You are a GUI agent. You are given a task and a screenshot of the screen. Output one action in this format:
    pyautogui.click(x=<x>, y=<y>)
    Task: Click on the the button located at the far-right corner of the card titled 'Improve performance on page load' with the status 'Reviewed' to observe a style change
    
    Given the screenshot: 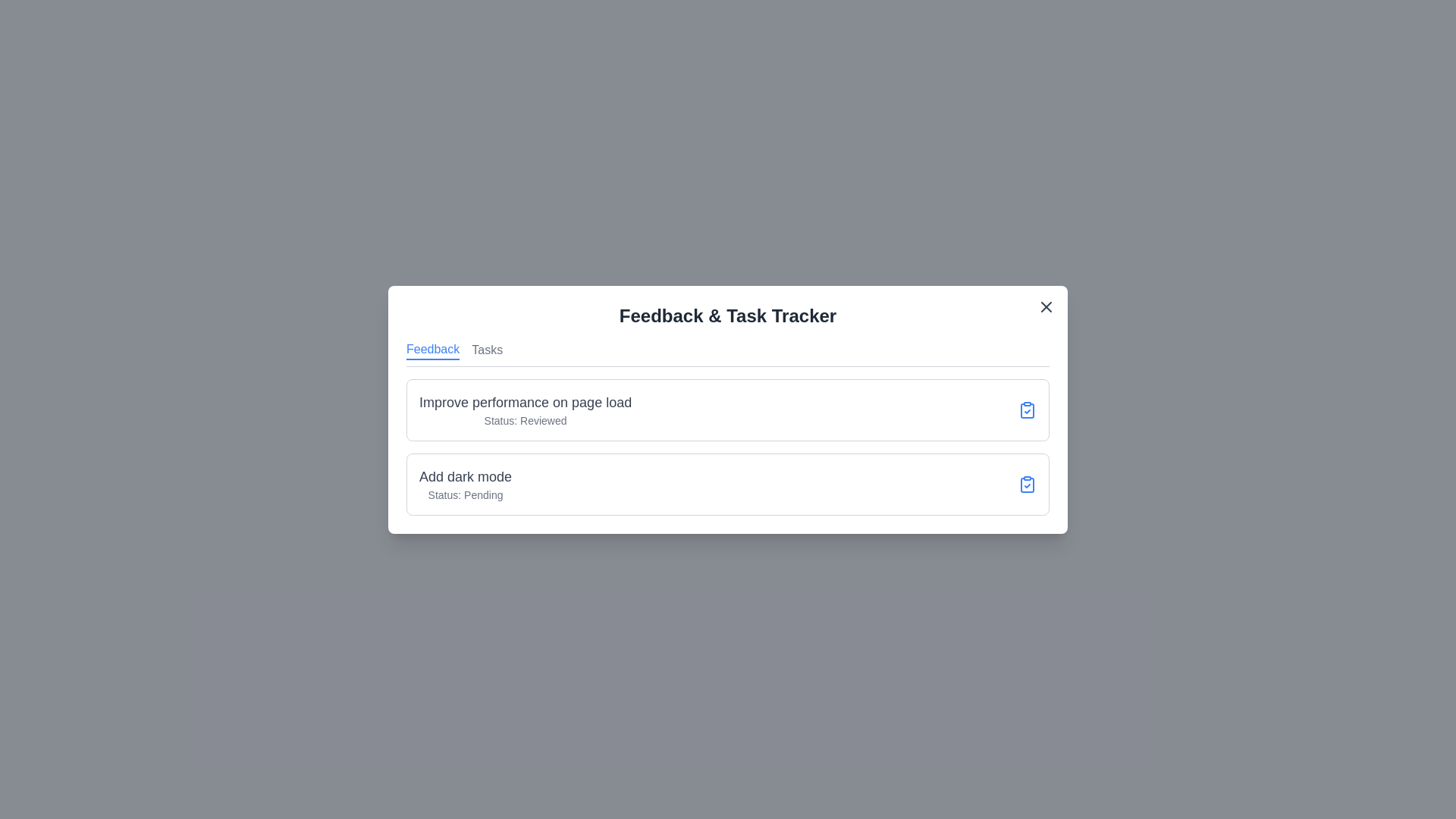 What is the action you would take?
    pyautogui.click(x=1027, y=409)
    